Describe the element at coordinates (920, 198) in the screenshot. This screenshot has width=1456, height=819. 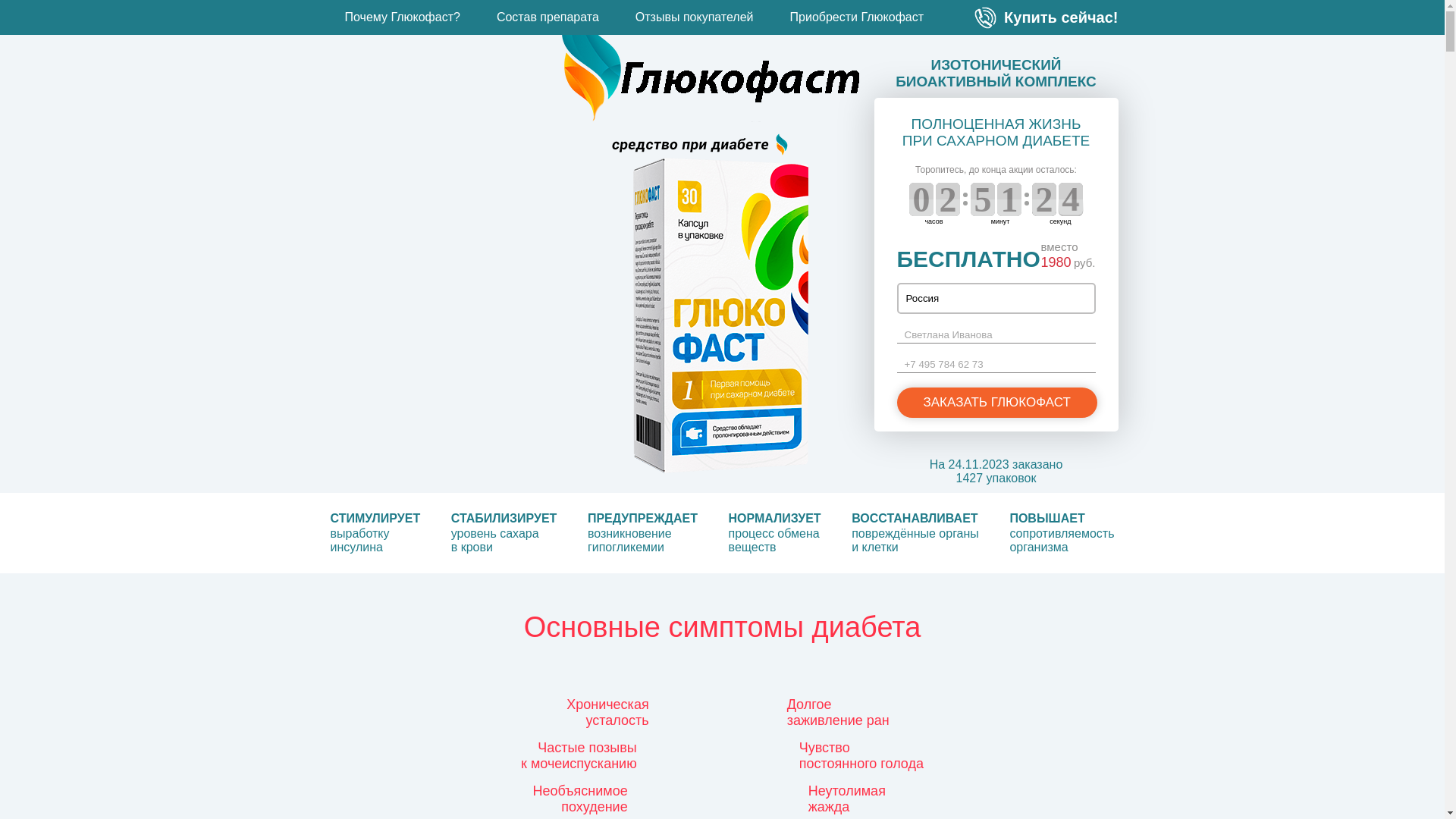
I see `'9` at that location.